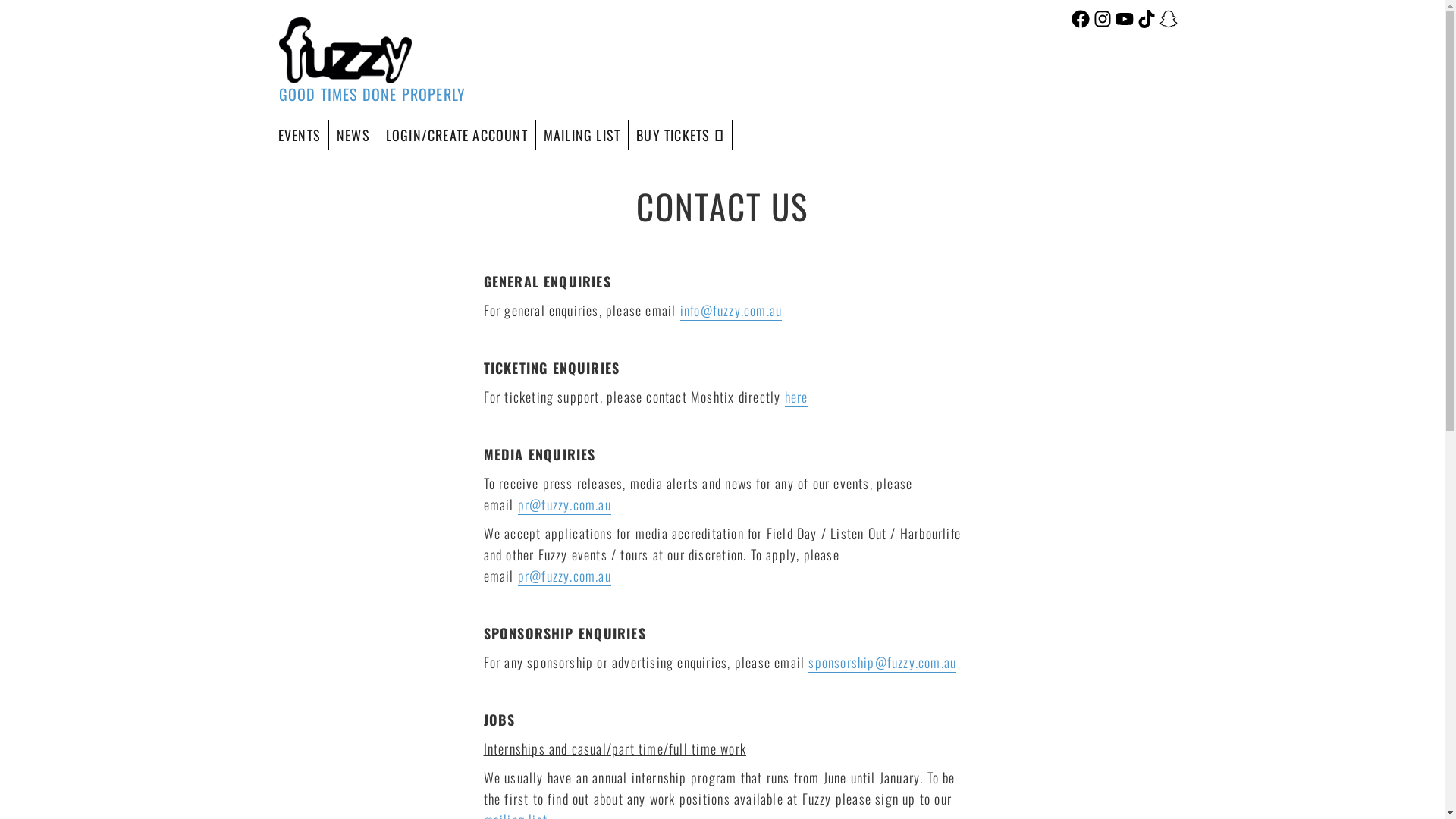  What do you see at coordinates (457, 133) in the screenshot?
I see `'LOGIN/CREATE ACCOUNT'` at bounding box center [457, 133].